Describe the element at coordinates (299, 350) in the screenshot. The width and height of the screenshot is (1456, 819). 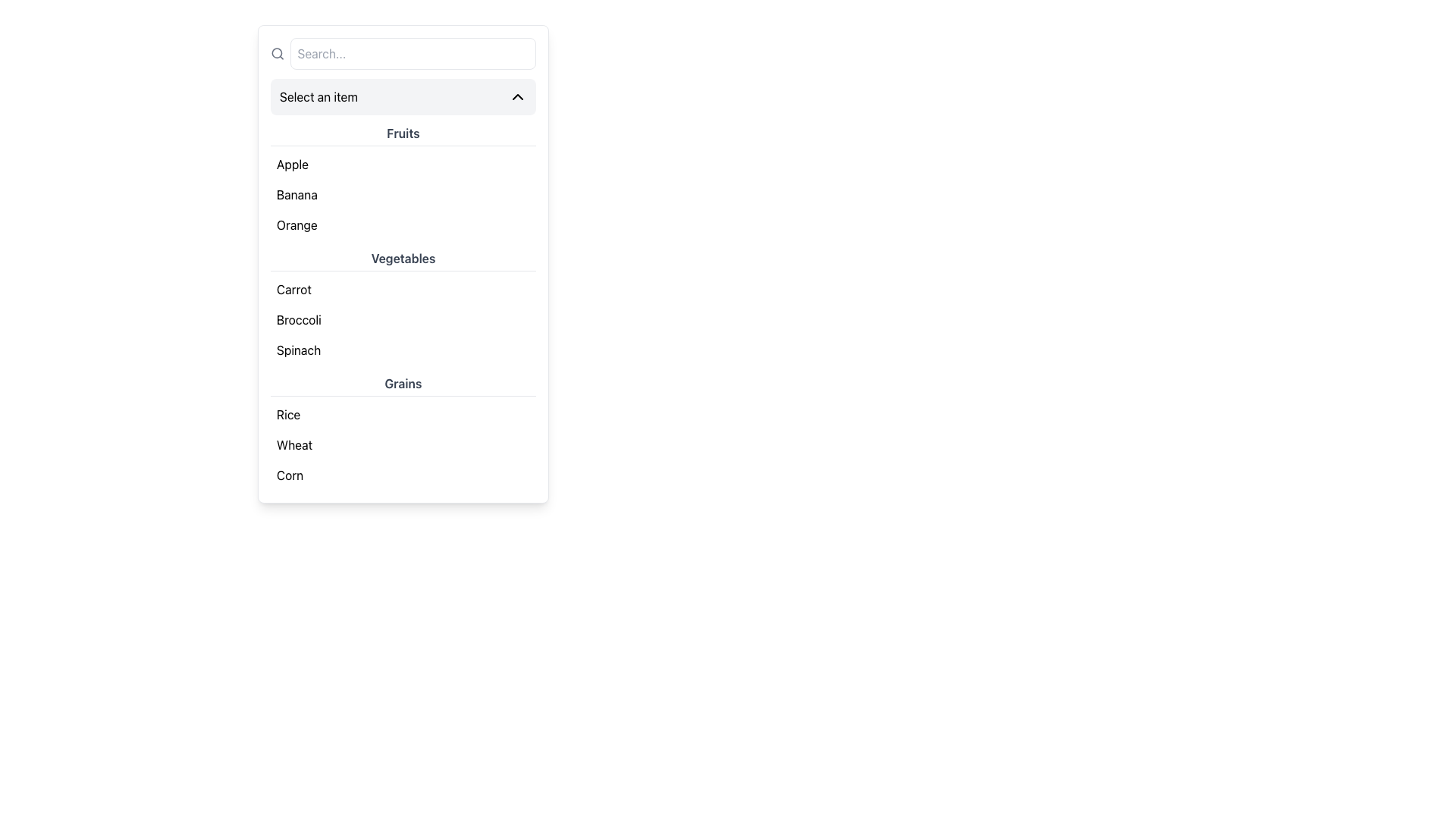
I see `the 'Spinach' text label in the 'Vegetables' section of the dropdown menu` at that location.